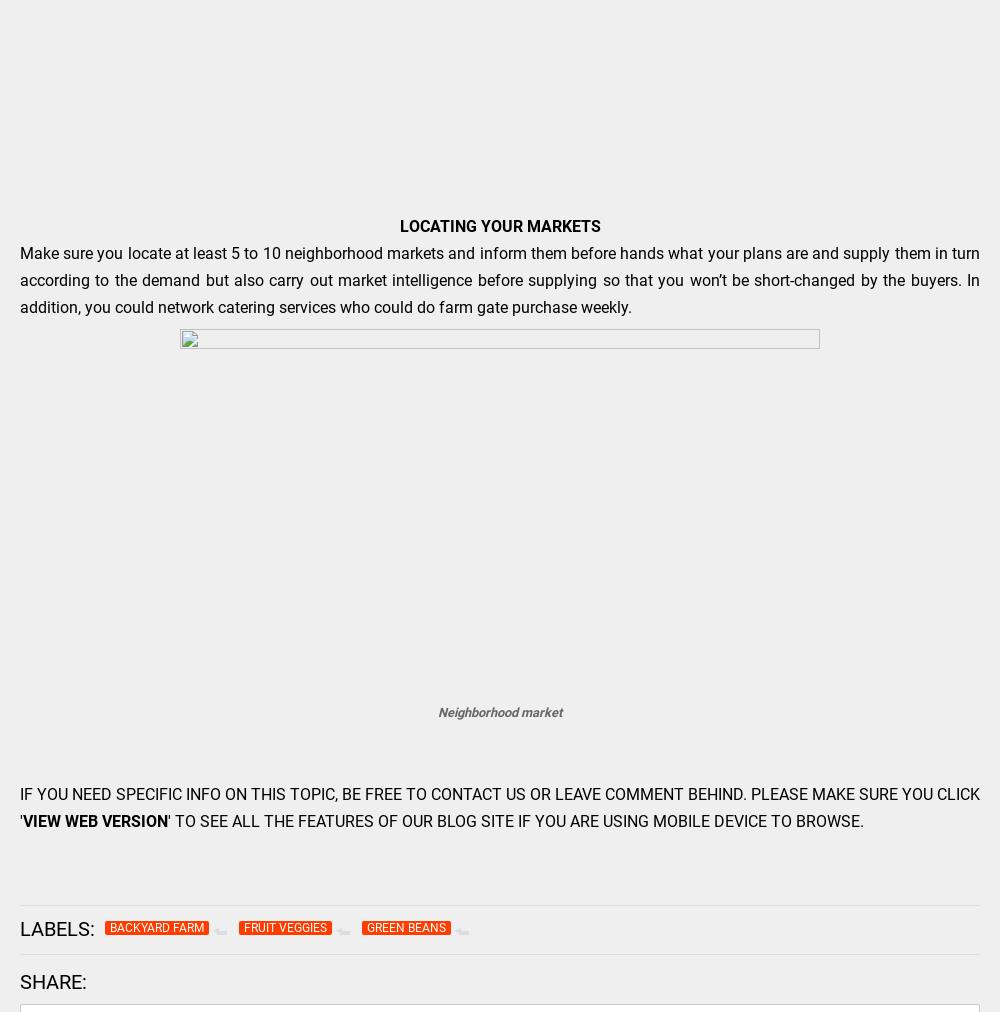 The height and width of the screenshot is (1012, 1000). I want to click on 'IF YOU NEED SPECIFIC INFO ON THIS TOPIC, BE FREE TO CONTACT US OR LEAVE COMMENT BEHIND. PLEASE MAKE SURE YOU CLICK '', so click(500, 806).